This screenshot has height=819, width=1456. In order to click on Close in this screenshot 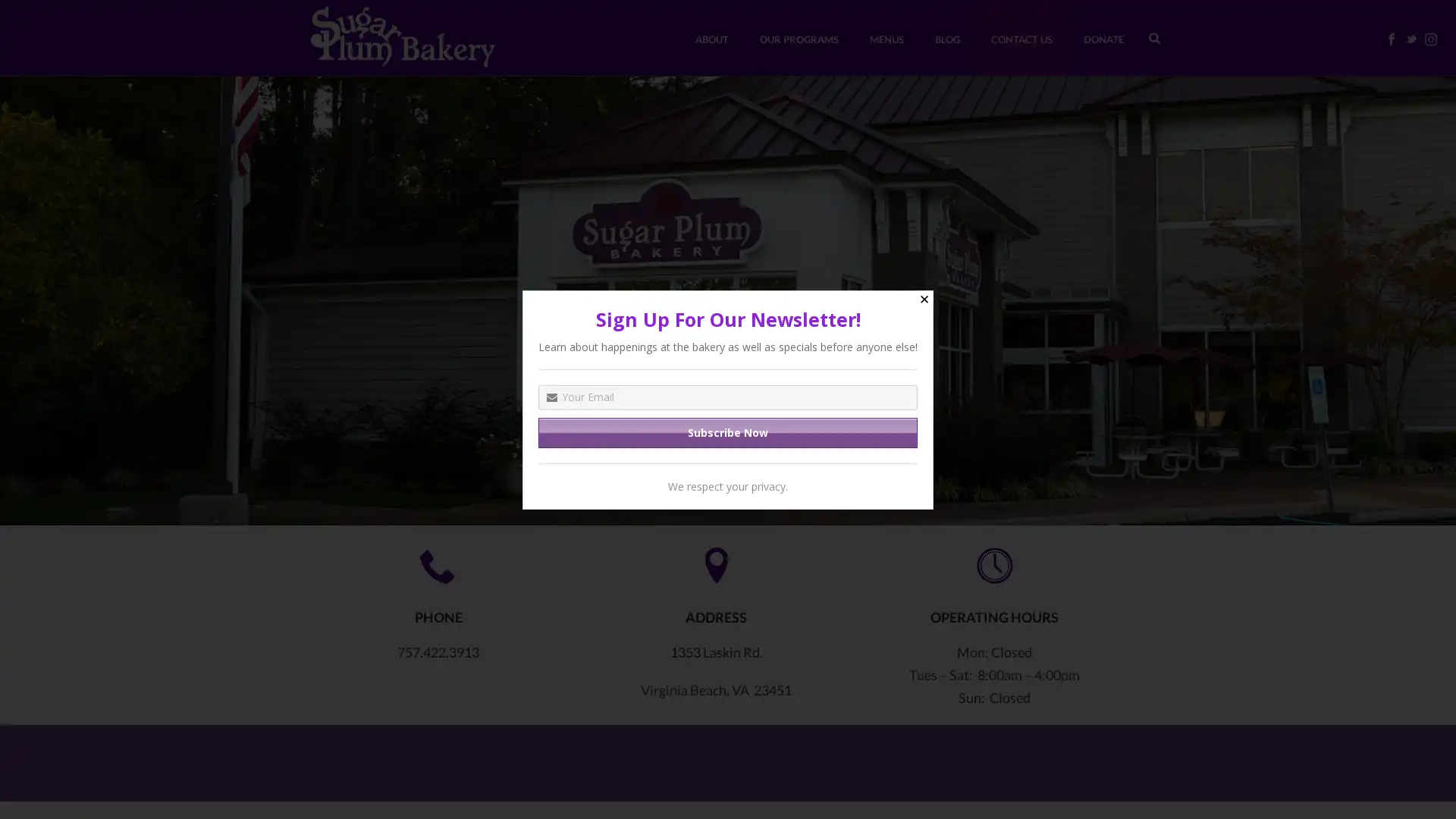, I will do `click(923, 300)`.